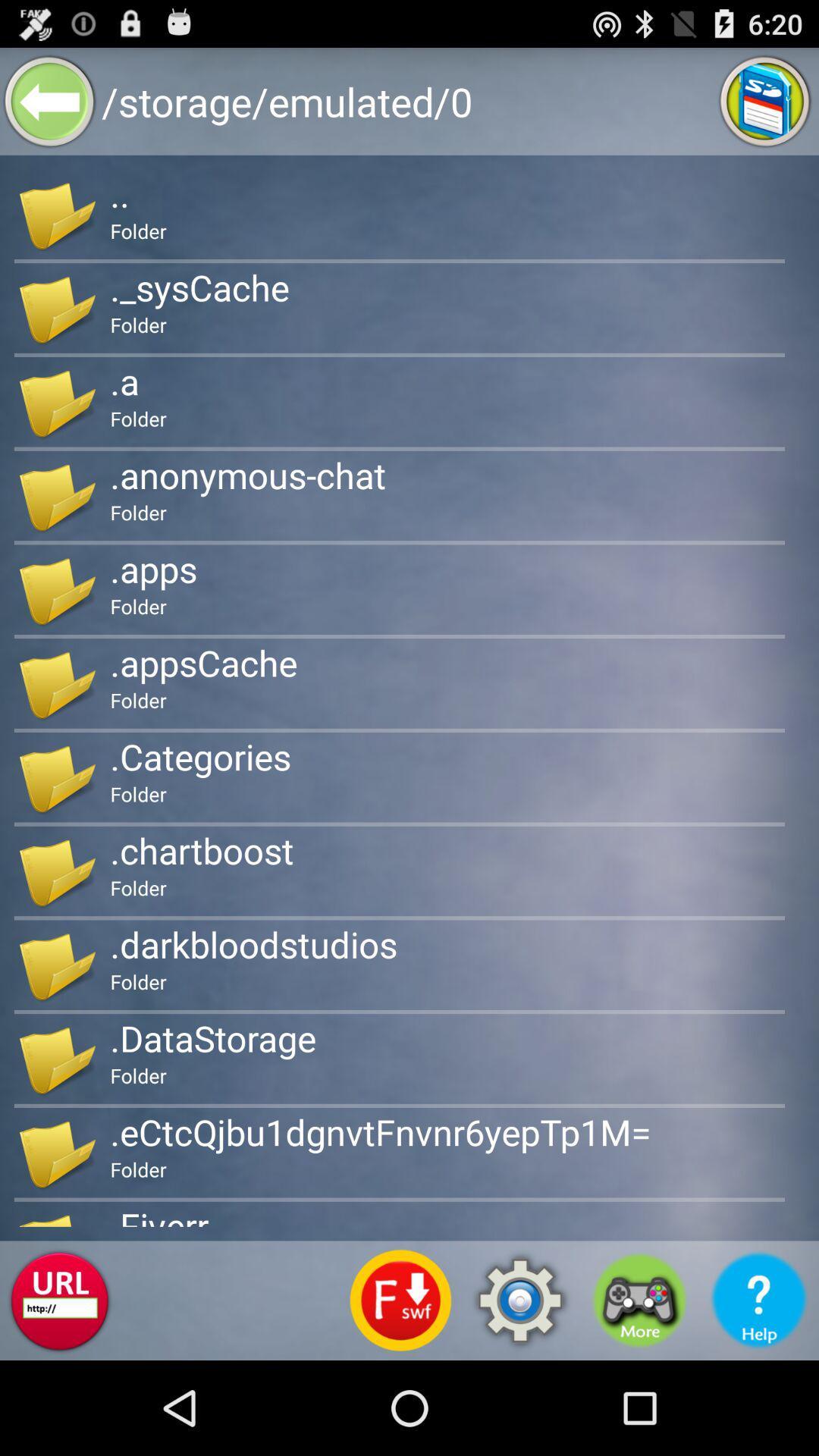  Describe the element at coordinates (639, 1300) in the screenshot. I see `shows the game option` at that location.